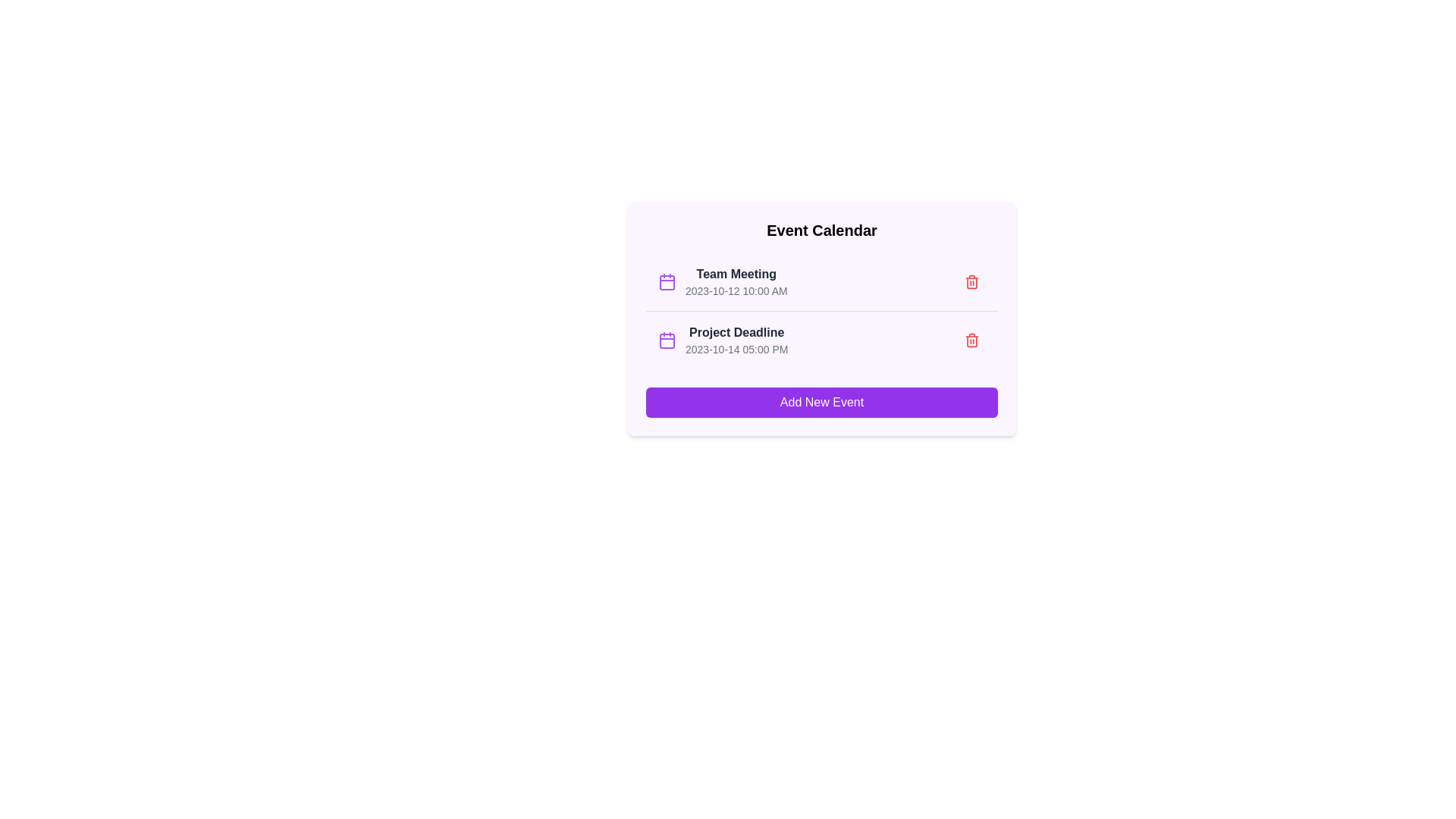 The image size is (1456, 819). What do you see at coordinates (667, 281) in the screenshot?
I see `the calendar icon associated with Team Meeting` at bounding box center [667, 281].